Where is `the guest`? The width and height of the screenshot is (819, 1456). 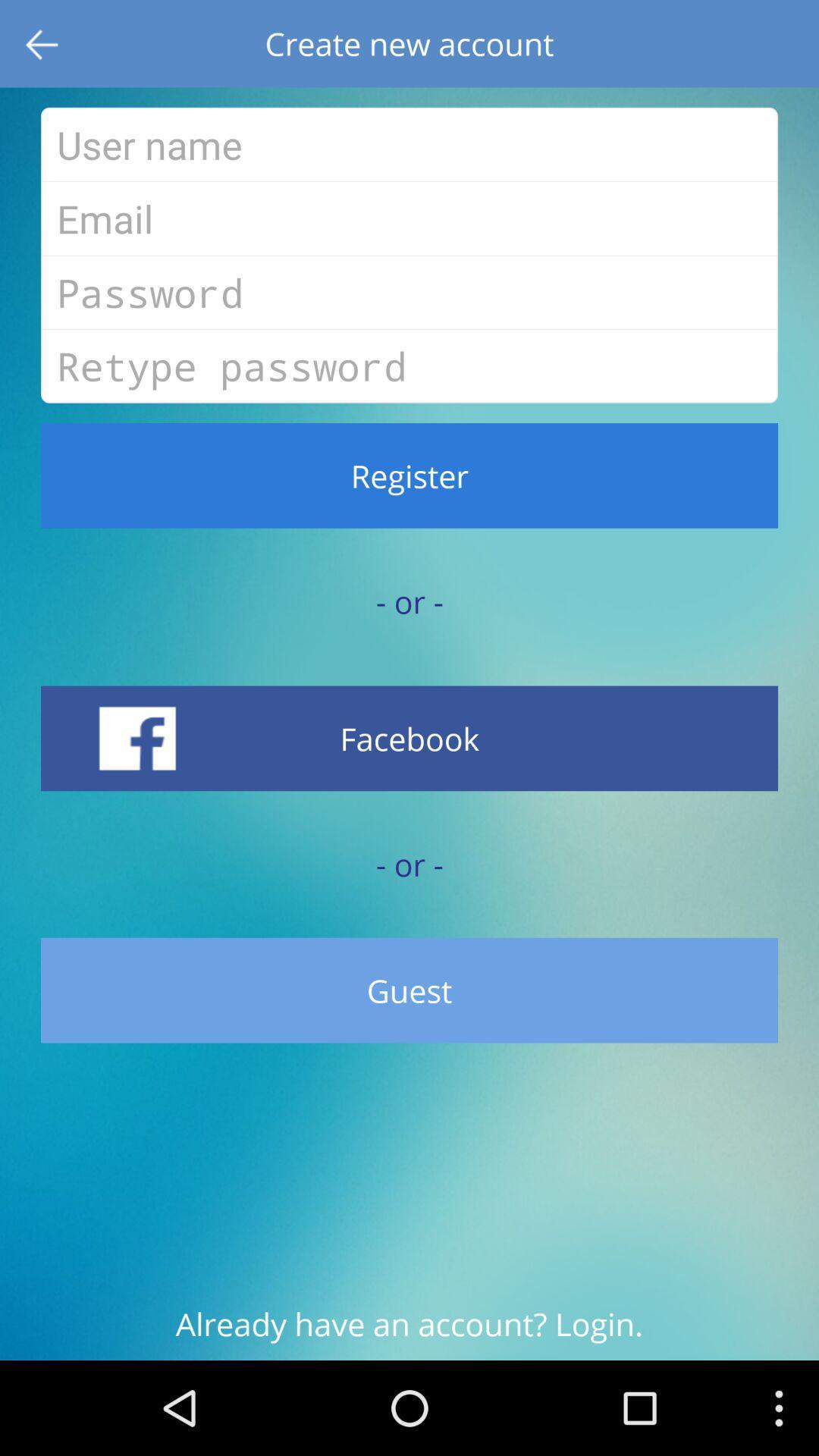
the guest is located at coordinates (409, 990).